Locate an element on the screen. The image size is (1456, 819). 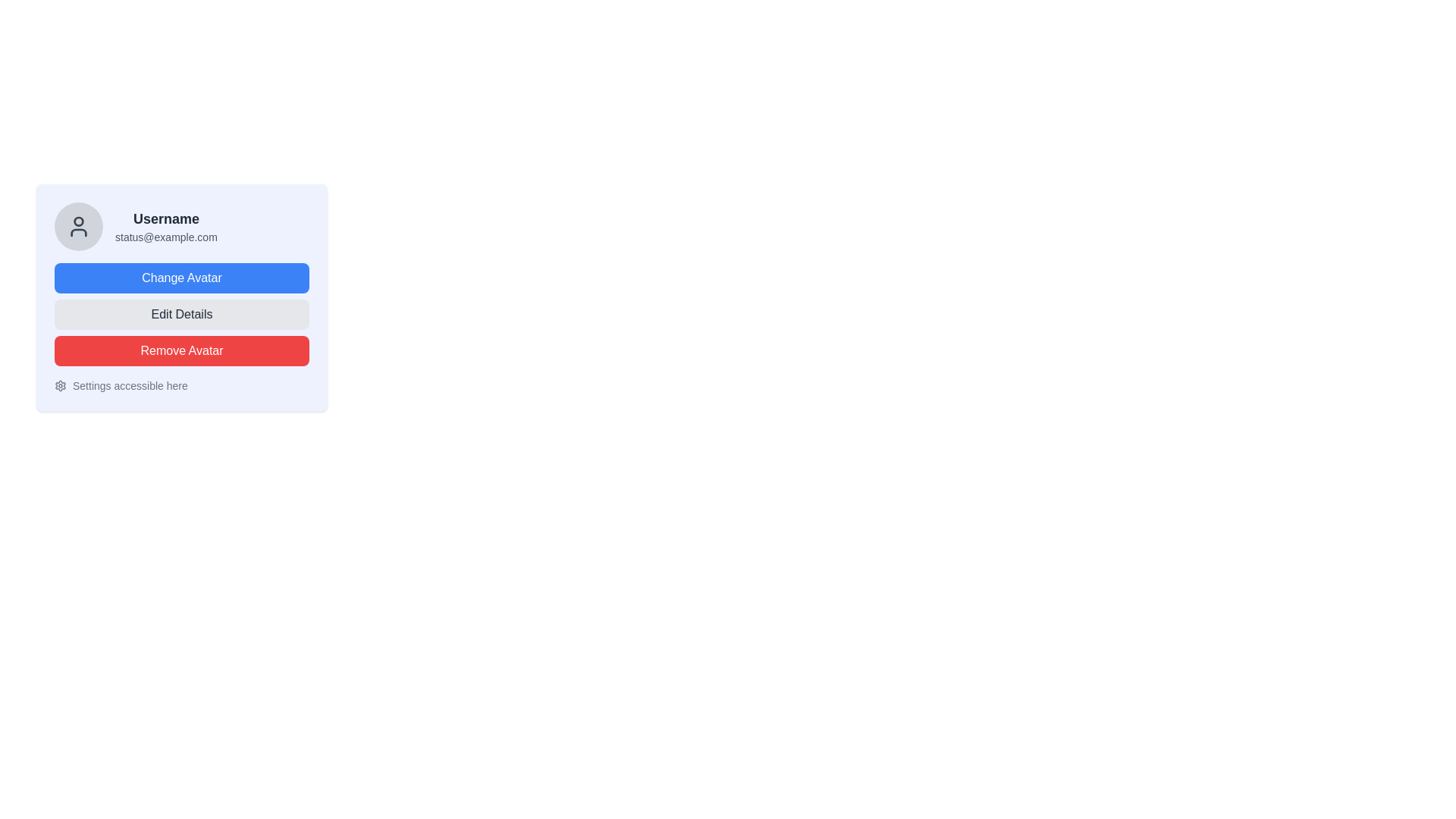
the Informational Text with Icon located at the bottom of the card, immediately below the 'Remove Avatar' button is located at coordinates (182, 385).